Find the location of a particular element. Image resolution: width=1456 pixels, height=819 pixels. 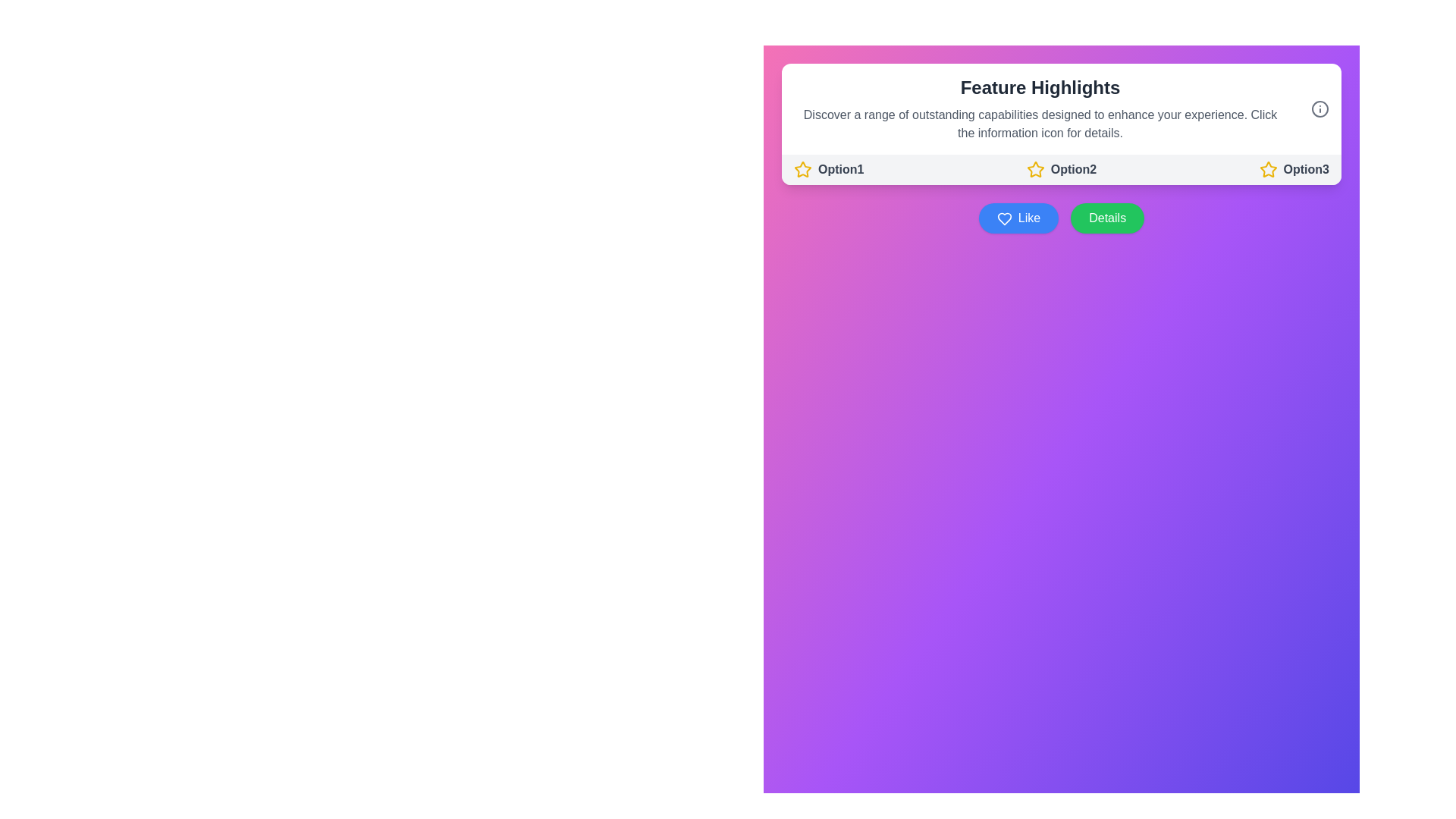

the heart-shaped vector graphic icon representing the 'Like' functionality, located to the left of the 'Like' button text is located at coordinates (1004, 219).